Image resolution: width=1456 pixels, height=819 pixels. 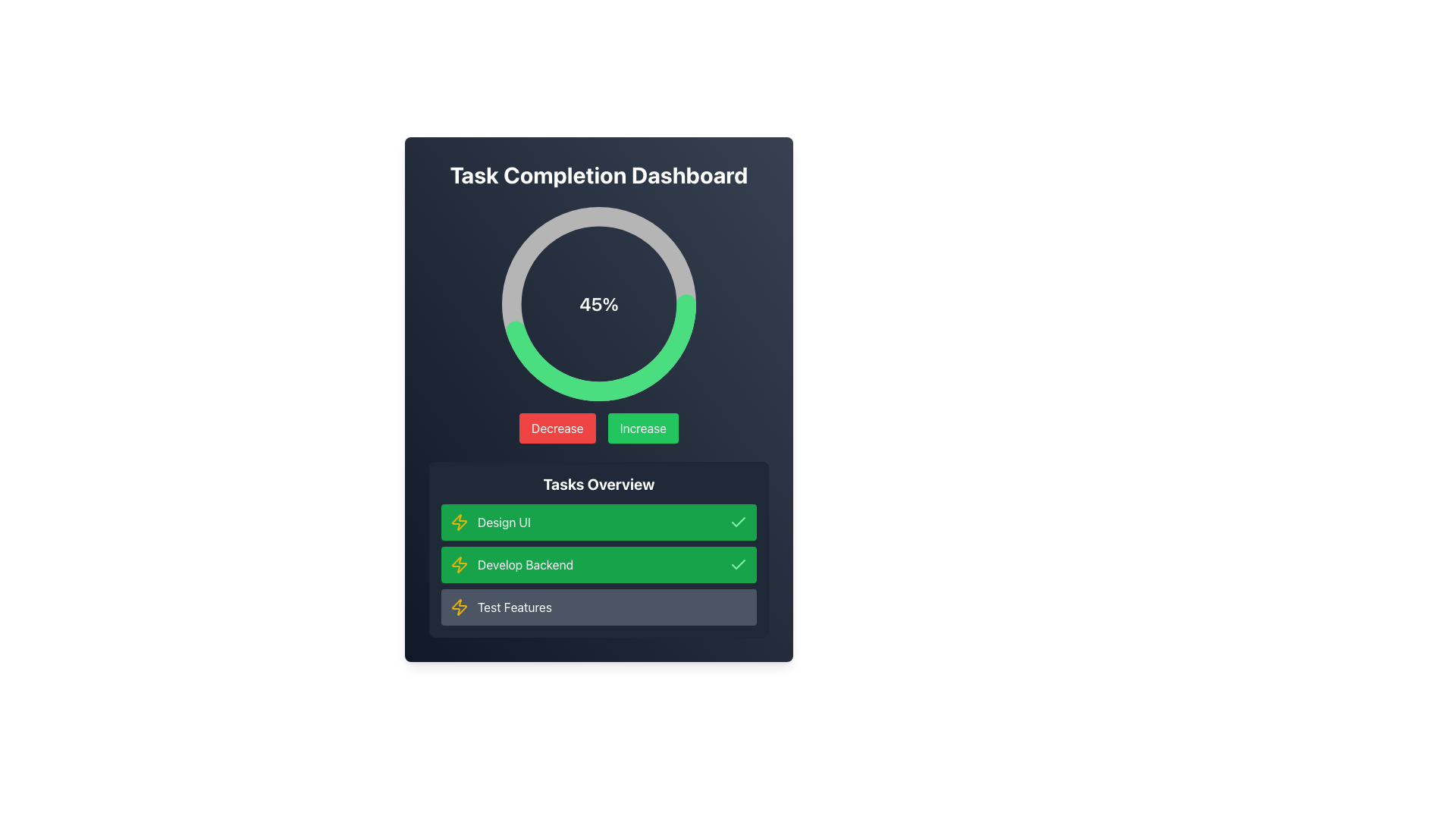 What do you see at coordinates (598, 485) in the screenshot?
I see `the purpose of the header text label located at the top of the task section` at bounding box center [598, 485].